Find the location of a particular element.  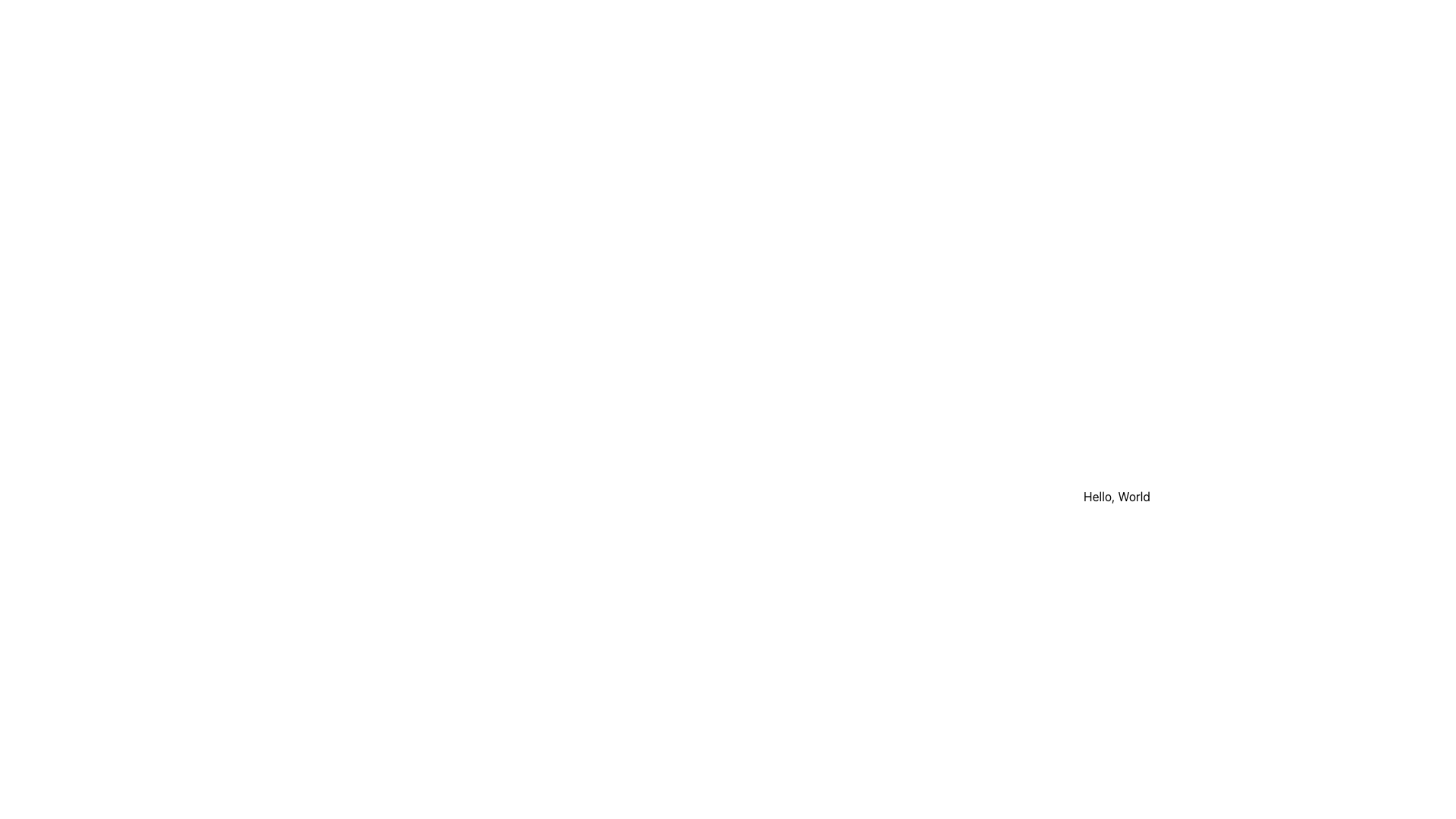

the static text displaying 'Hello, World' which is centrally aligned in a fixed panel with a white background is located at coordinates (1117, 497).